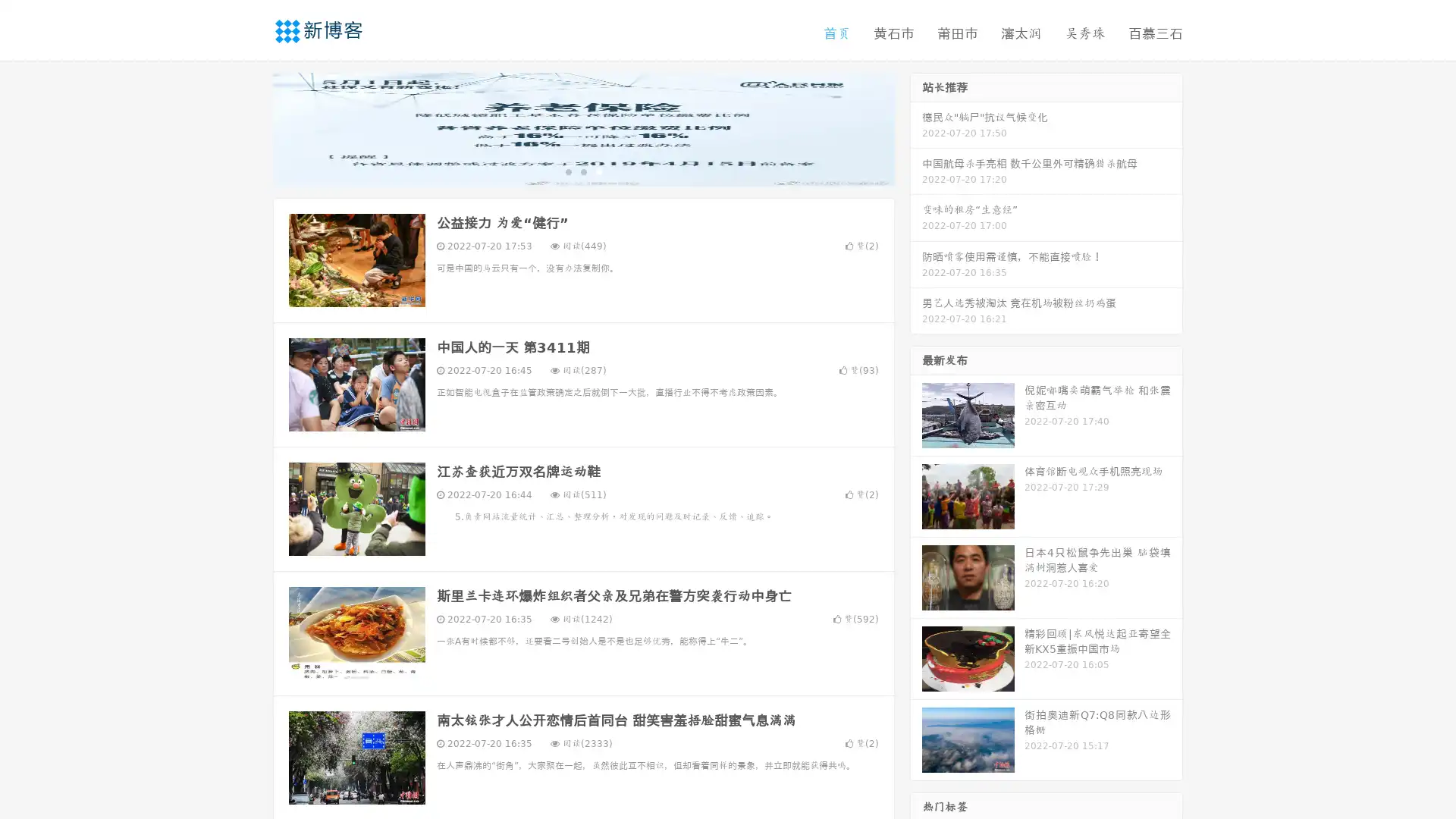  I want to click on Go to slide 2, so click(582, 171).